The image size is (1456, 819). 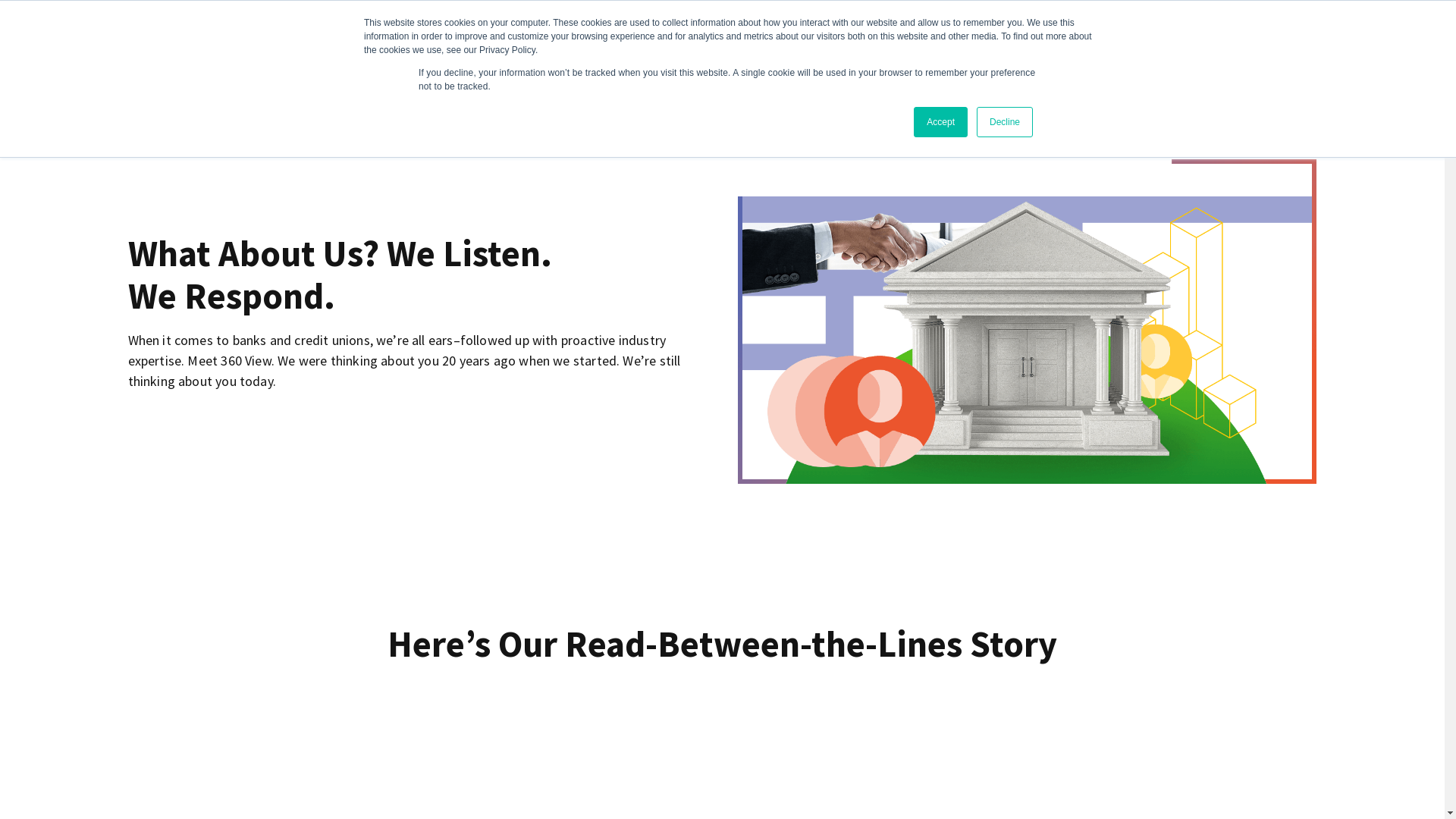 What do you see at coordinates (940, 121) in the screenshot?
I see `'Accept'` at bounding box center [940, 121].